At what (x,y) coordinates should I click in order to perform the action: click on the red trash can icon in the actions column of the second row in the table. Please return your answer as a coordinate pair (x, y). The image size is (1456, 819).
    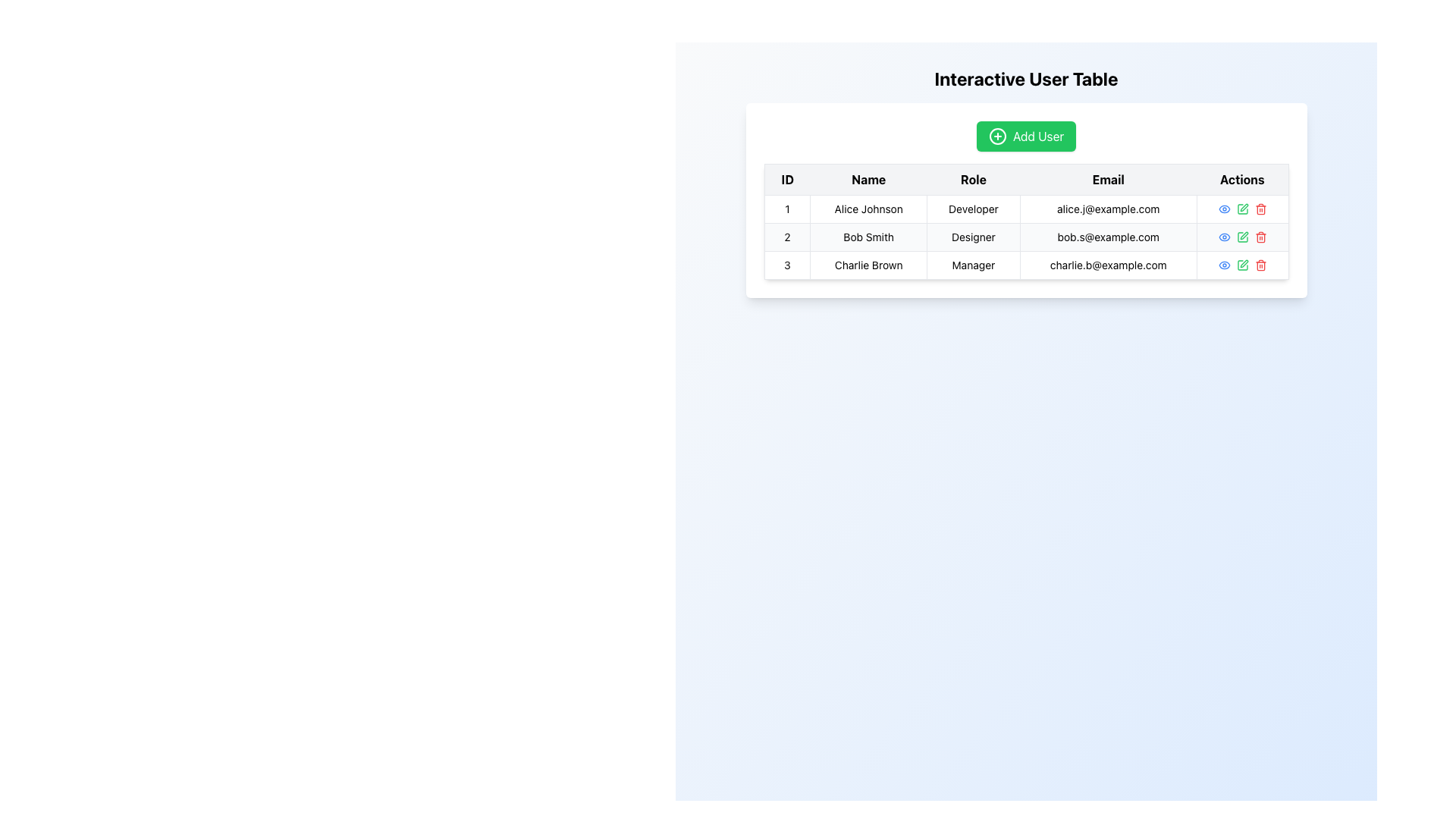
    Looking at the image, I should click on (1260, 237).